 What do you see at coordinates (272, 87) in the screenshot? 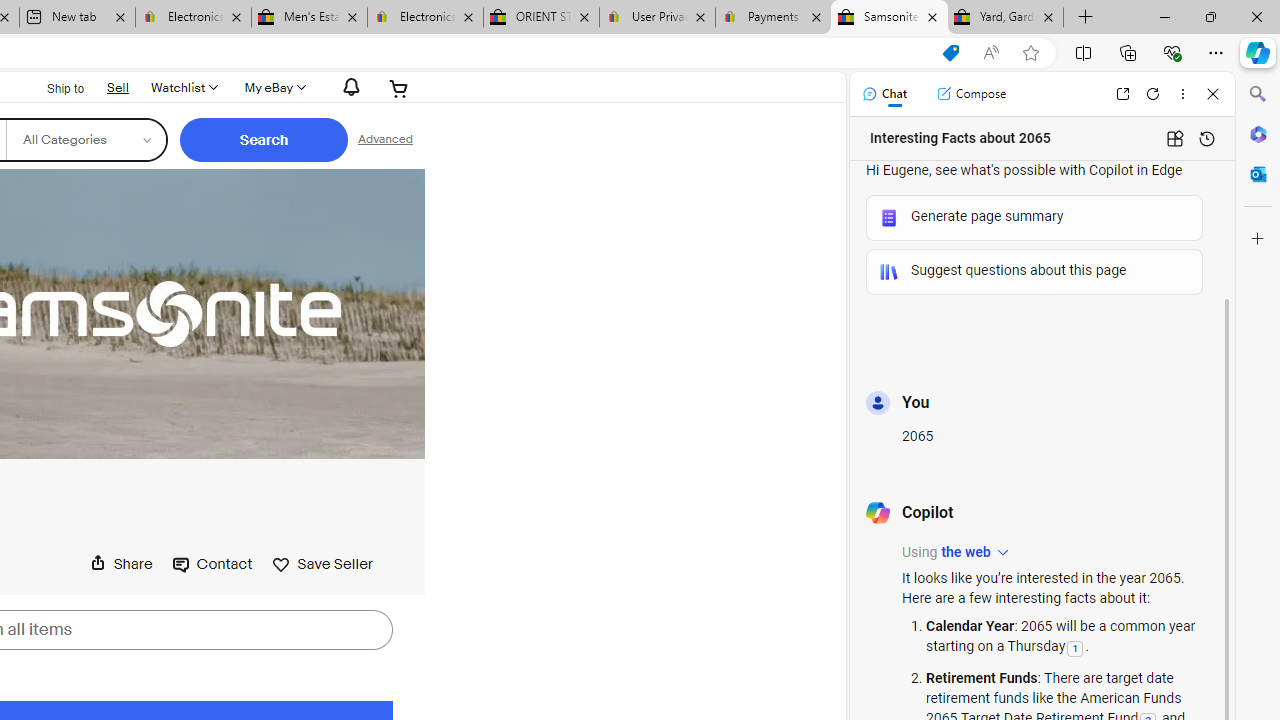
I see `'My eBay'` at bounding box center [272, 87].